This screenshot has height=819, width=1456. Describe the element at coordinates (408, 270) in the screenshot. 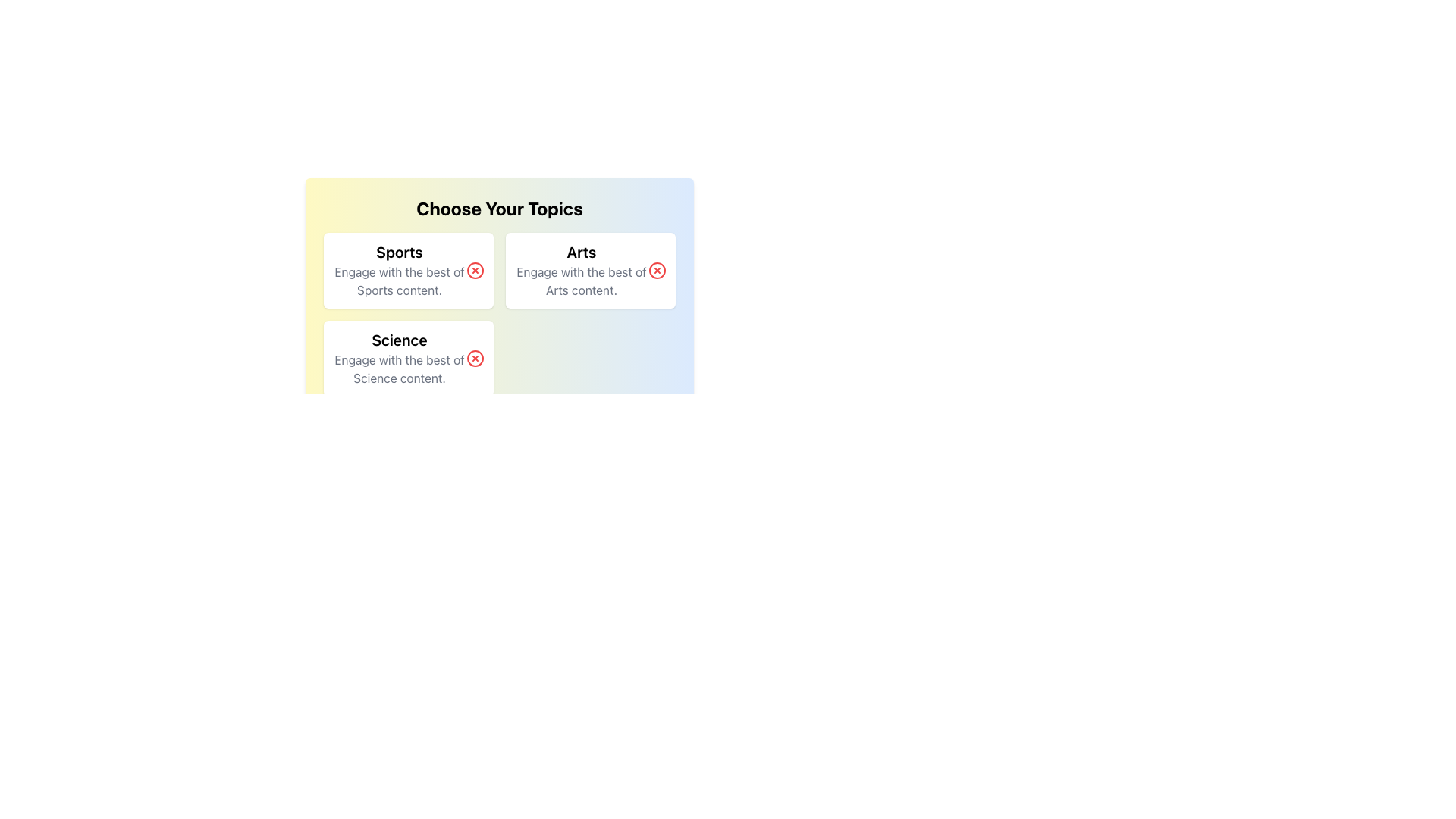

I see `the 'Sports' topic card located in the upper-left corner of the grid, which is the first card in a layout with 'Arts' to the right and 'Science' below` at that location.